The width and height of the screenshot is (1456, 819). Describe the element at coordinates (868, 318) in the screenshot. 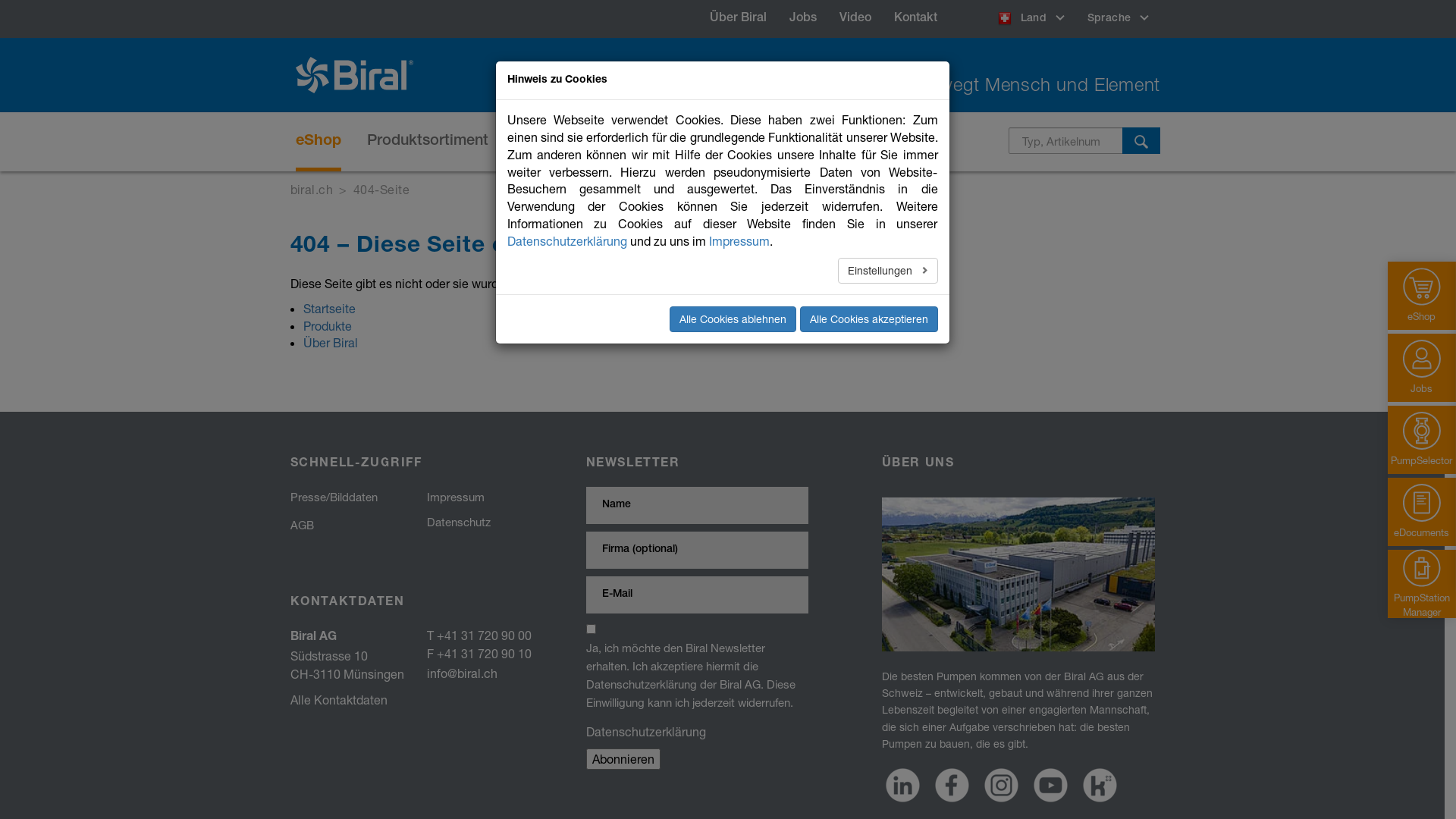

I see `'Alle Cookies akzeptieren'` at that location.